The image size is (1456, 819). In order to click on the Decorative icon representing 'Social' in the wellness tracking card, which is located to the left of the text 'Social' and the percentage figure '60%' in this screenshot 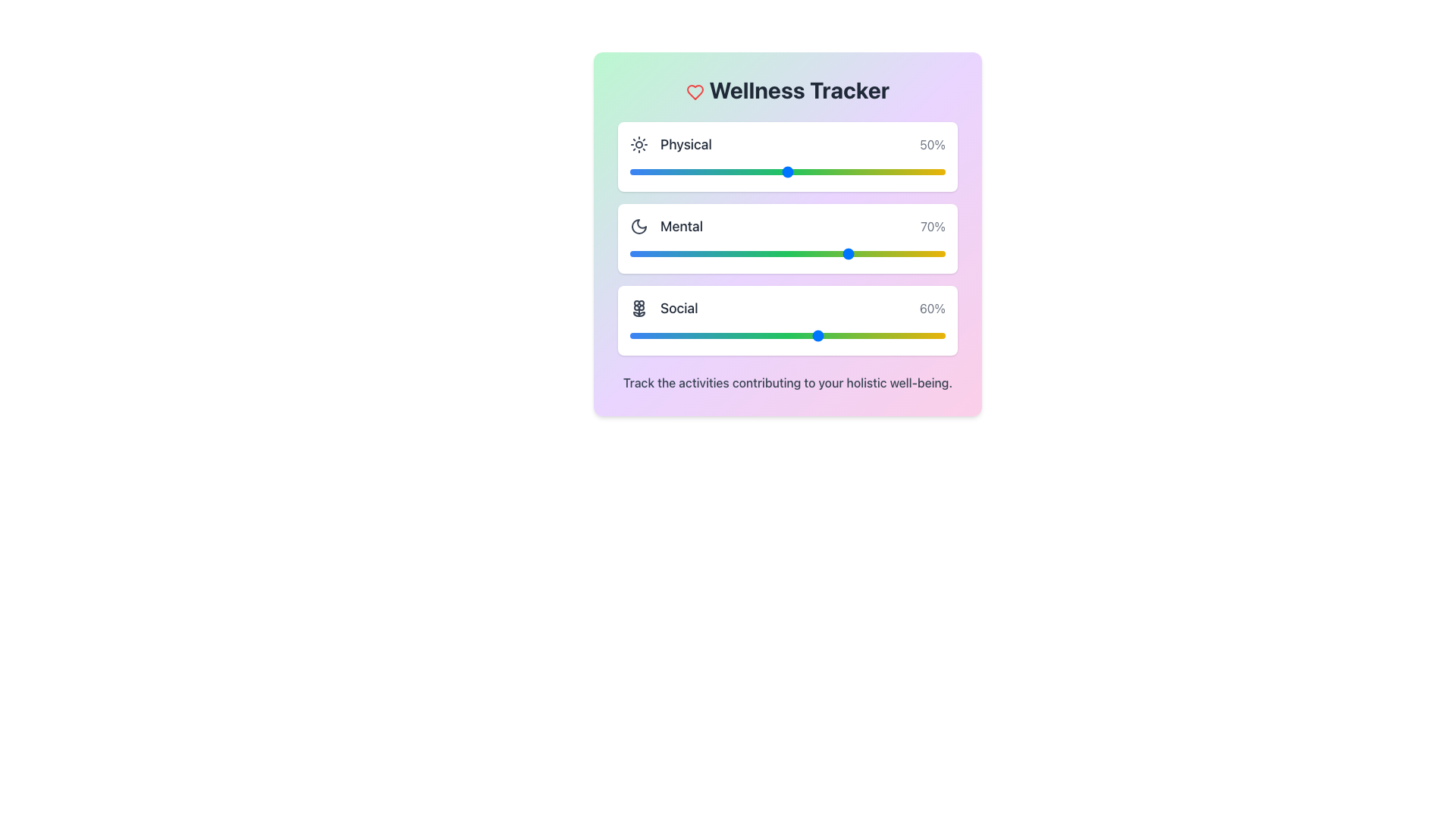, I will do `click(639, 308)`.